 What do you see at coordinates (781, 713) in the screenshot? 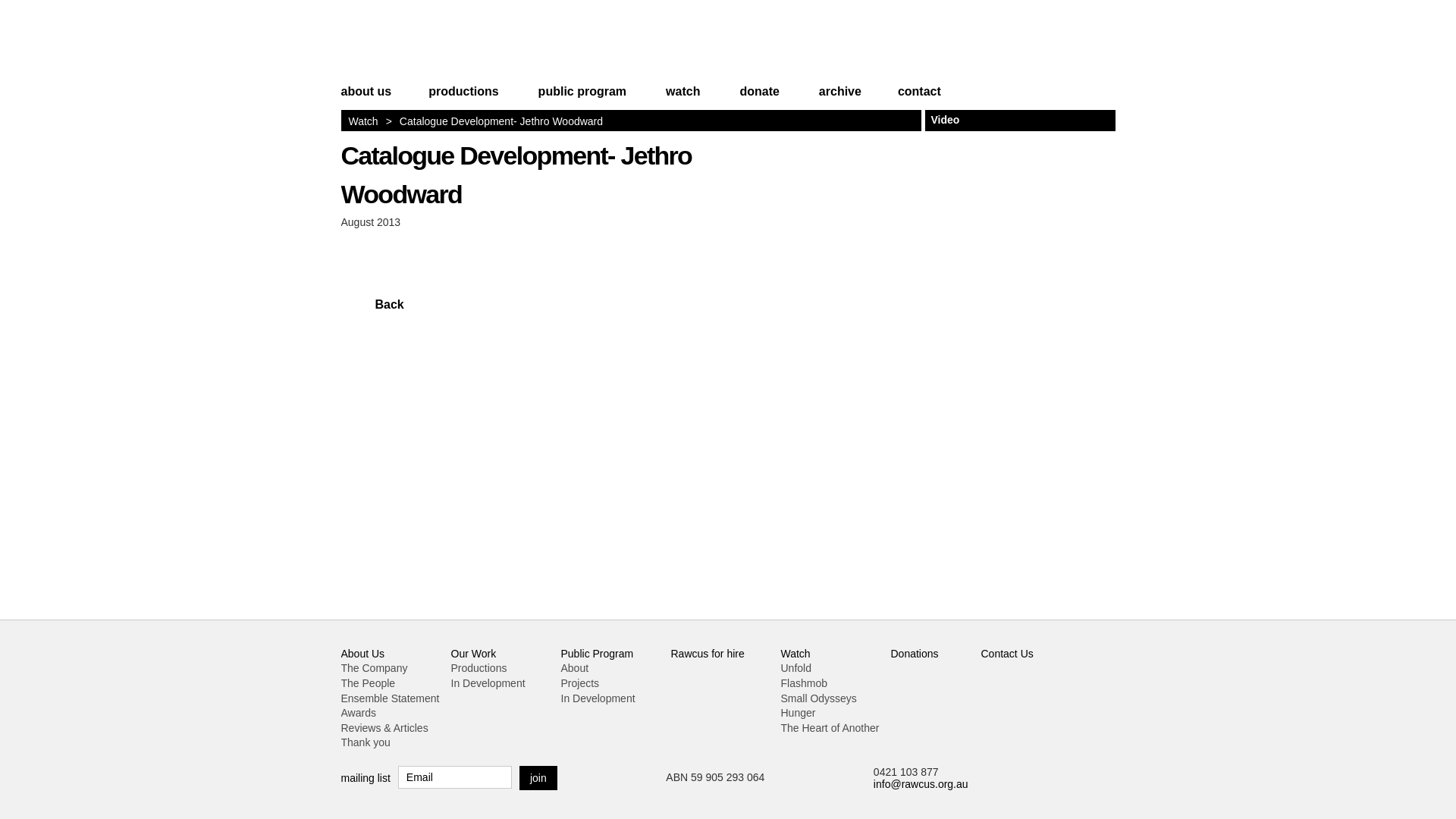
I see `'Hunger'` at bounding box center [781, 713].